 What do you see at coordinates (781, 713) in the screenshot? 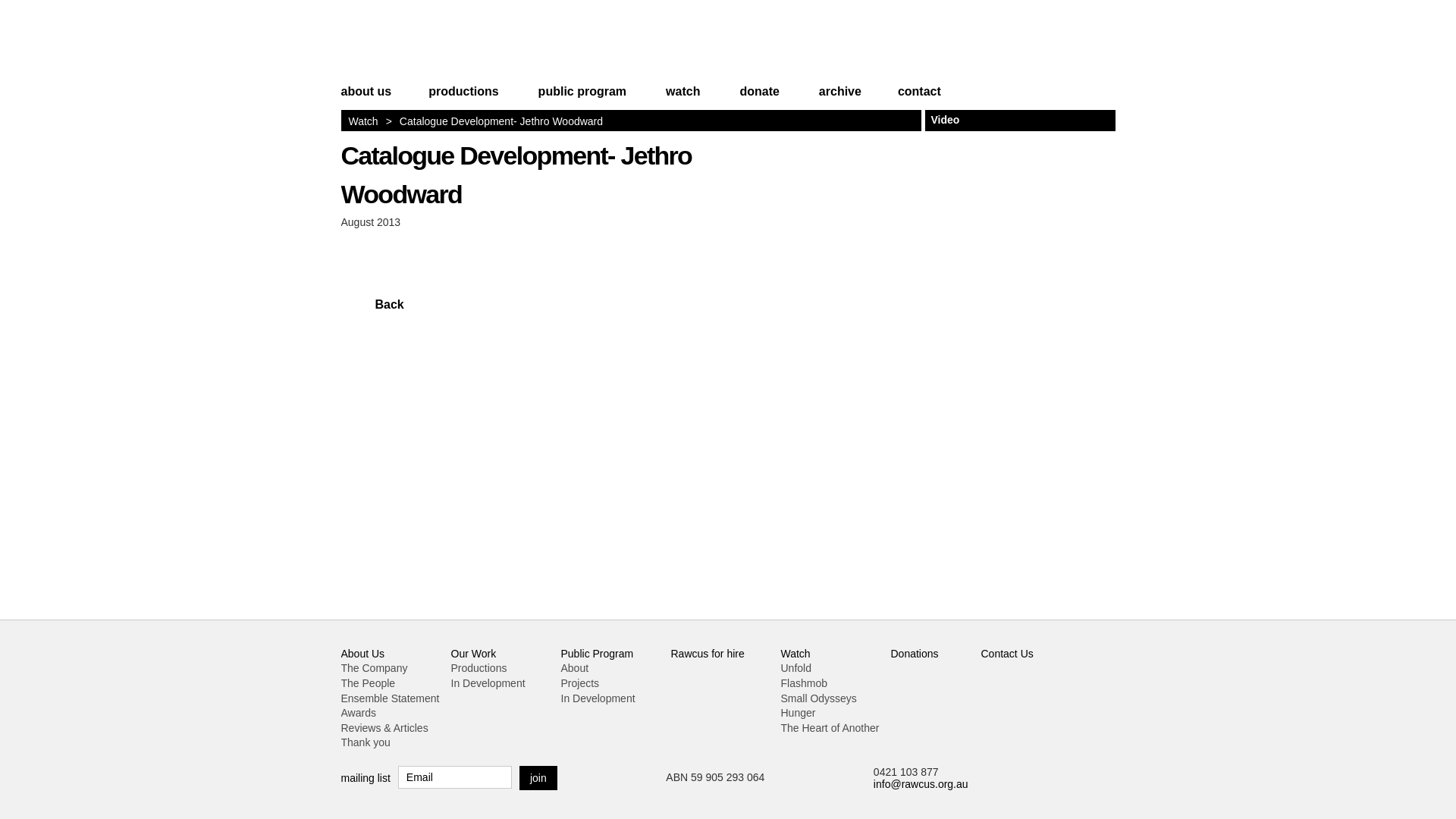
I see `'Hunger'` at bounding box center [781, 713].